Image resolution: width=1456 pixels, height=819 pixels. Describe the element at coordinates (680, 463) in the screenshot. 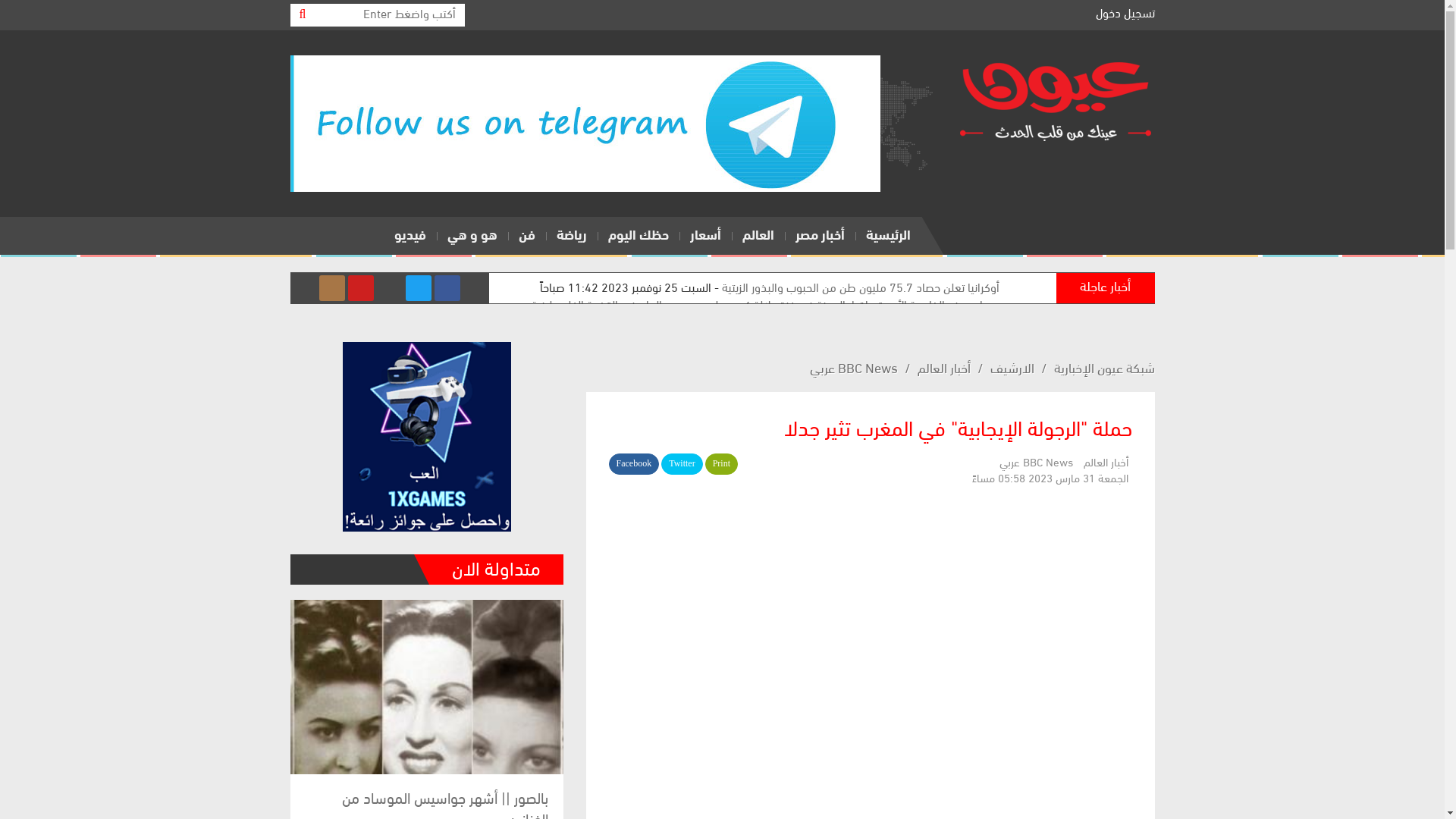

I see `'Twitter'` at that location.